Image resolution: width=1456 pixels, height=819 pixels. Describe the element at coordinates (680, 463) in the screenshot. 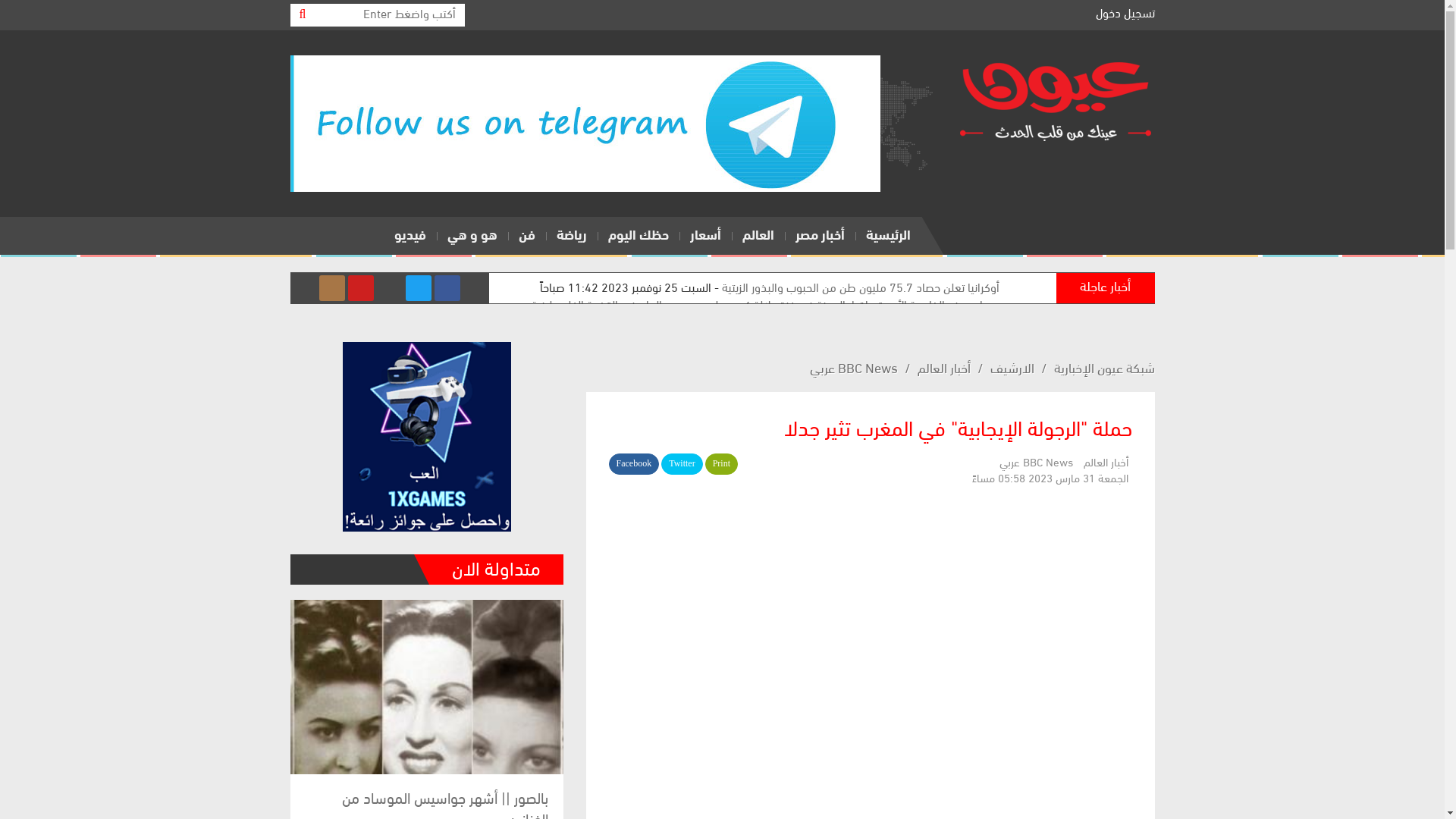

I see `'Twitter'` at that location.